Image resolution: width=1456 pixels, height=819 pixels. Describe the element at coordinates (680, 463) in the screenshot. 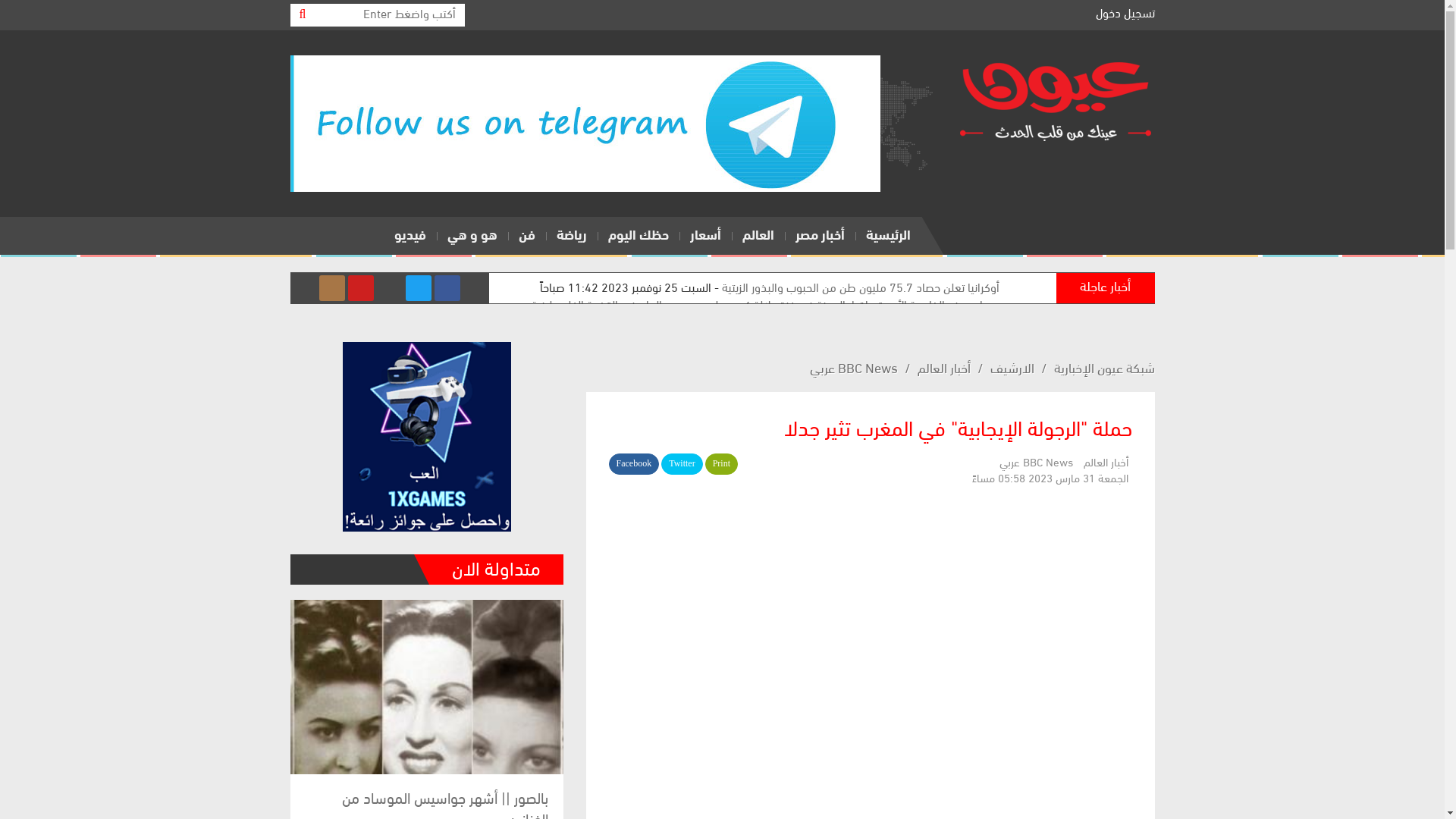

I see `'Twitter'` at that location.